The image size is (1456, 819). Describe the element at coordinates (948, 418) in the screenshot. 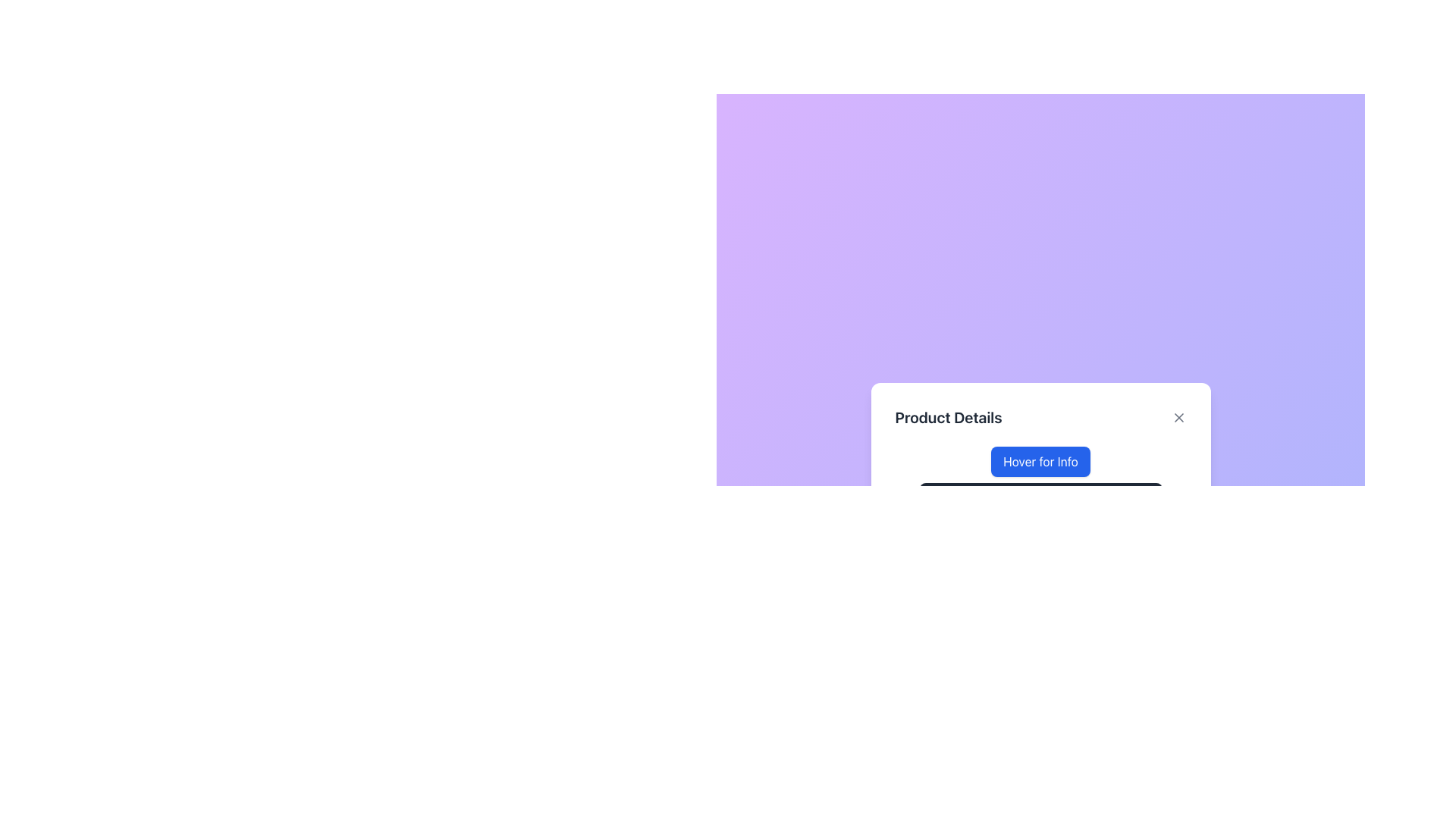

I see `the 'Product Details' text label` at that location.